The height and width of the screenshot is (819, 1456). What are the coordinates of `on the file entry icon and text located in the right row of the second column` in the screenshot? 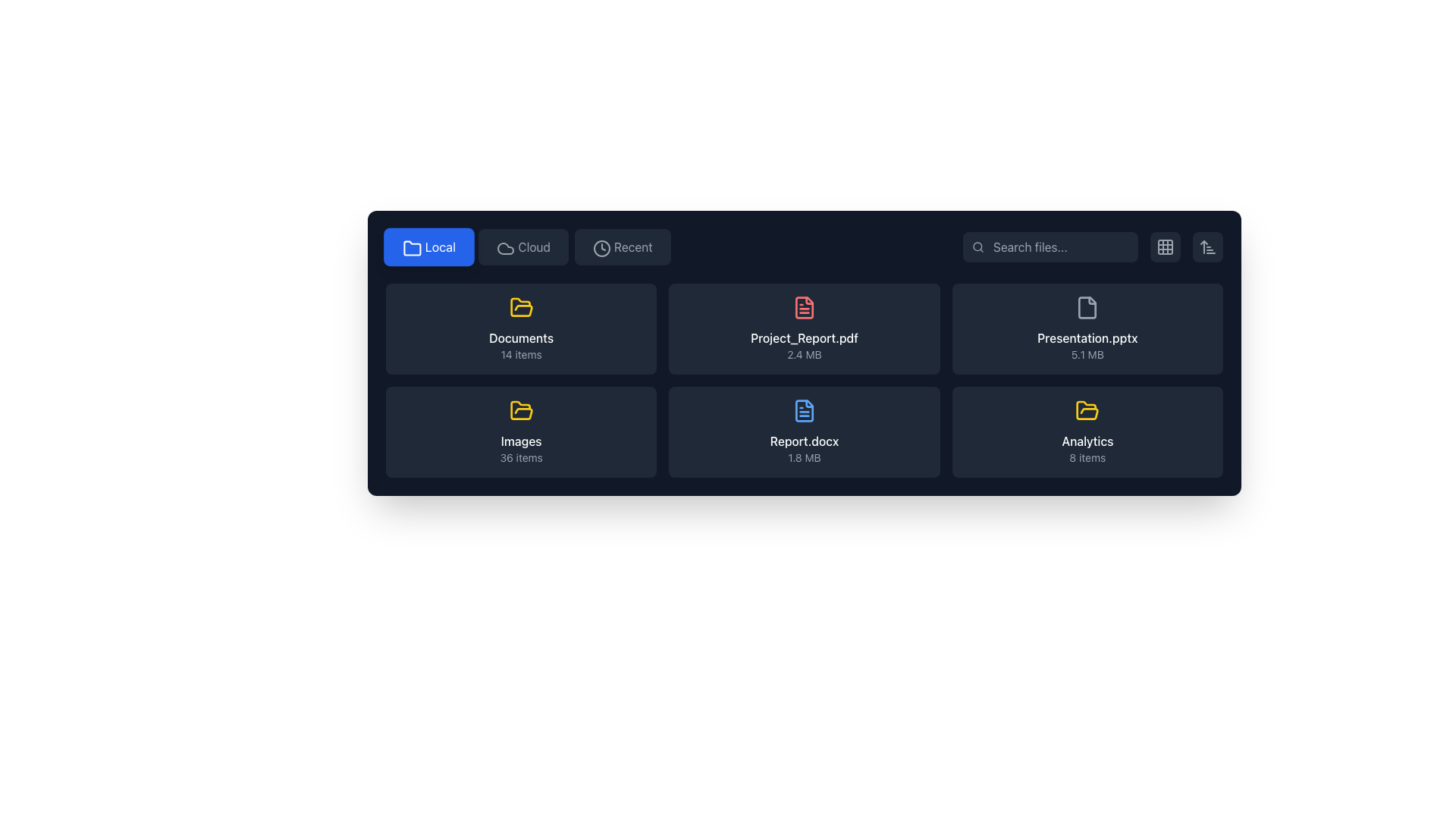 It's located at (1087, 328).